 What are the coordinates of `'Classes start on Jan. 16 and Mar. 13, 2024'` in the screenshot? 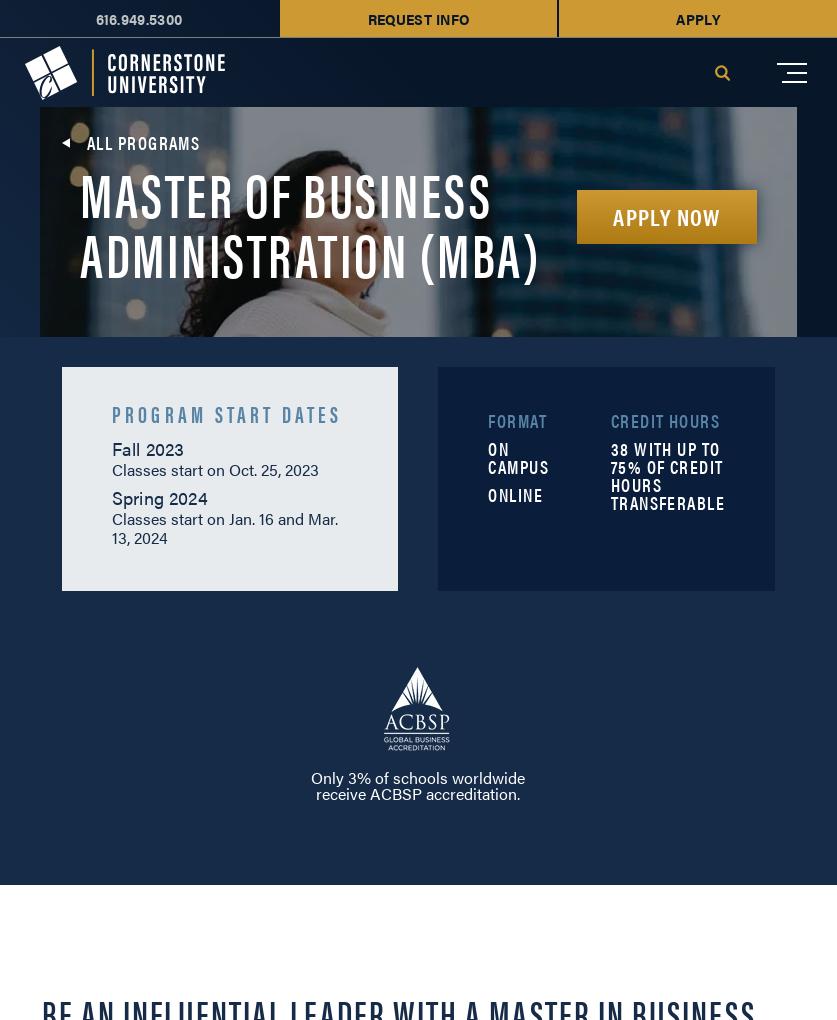 It's located at (222, 526).